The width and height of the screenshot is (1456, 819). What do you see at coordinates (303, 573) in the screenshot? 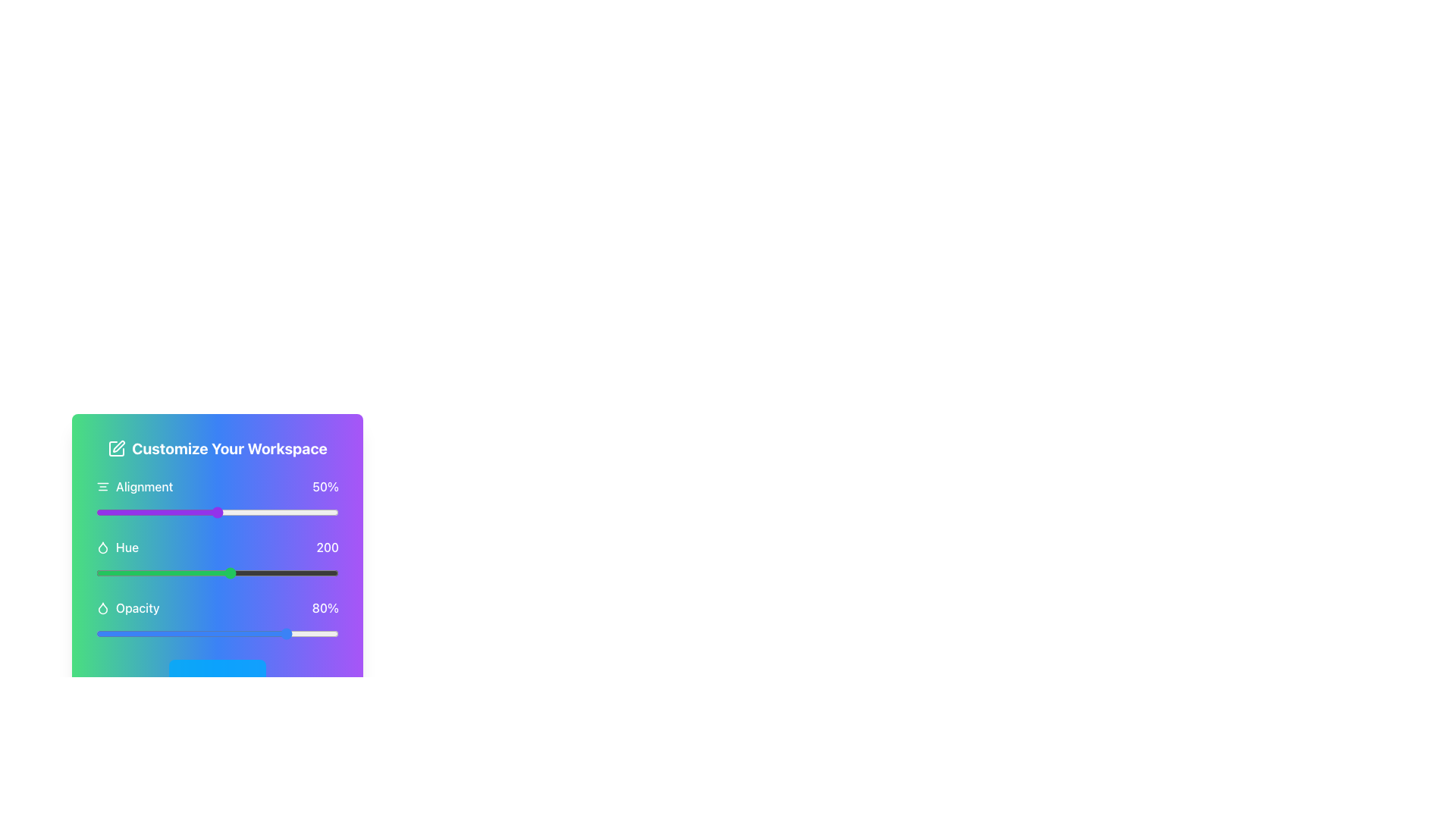
I see `hue` at bounding box center [303, 573].